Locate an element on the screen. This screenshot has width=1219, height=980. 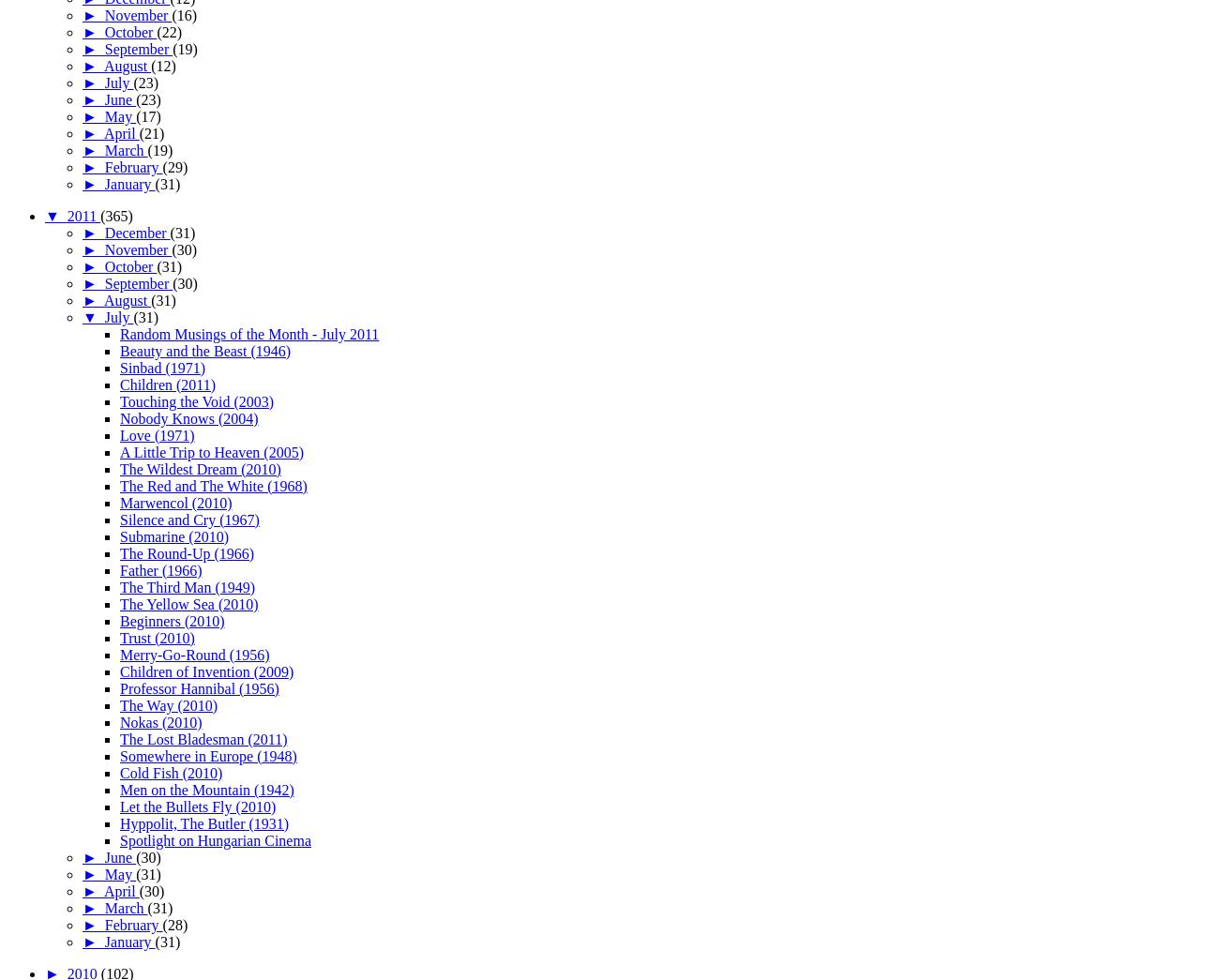
'December' is located at coordinates (135, 231).